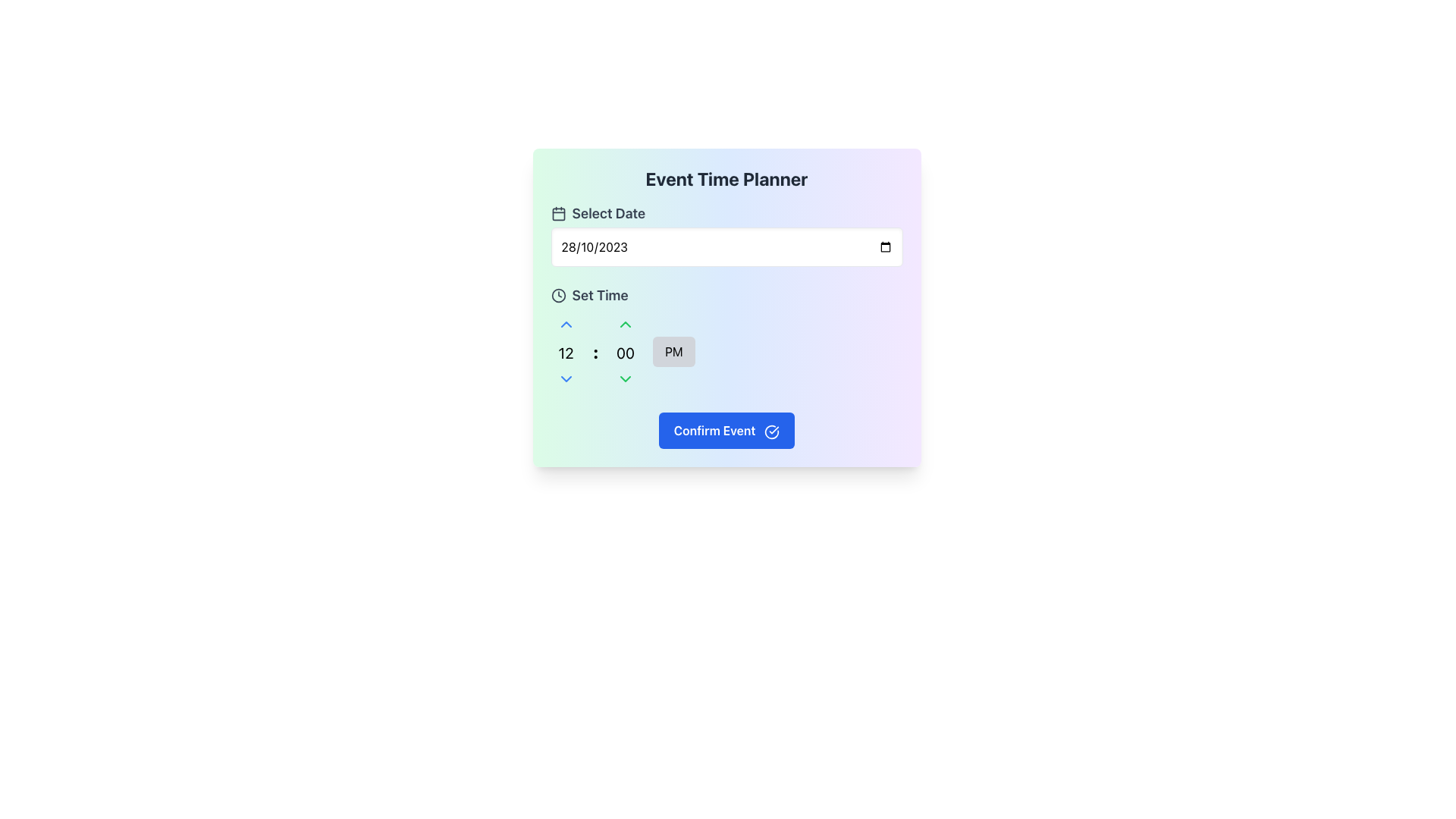  I want to click on the calendar icon, which is a rectangular shape with rounded corners, located to the left of the 'Select Date' text, so click(557, 214).